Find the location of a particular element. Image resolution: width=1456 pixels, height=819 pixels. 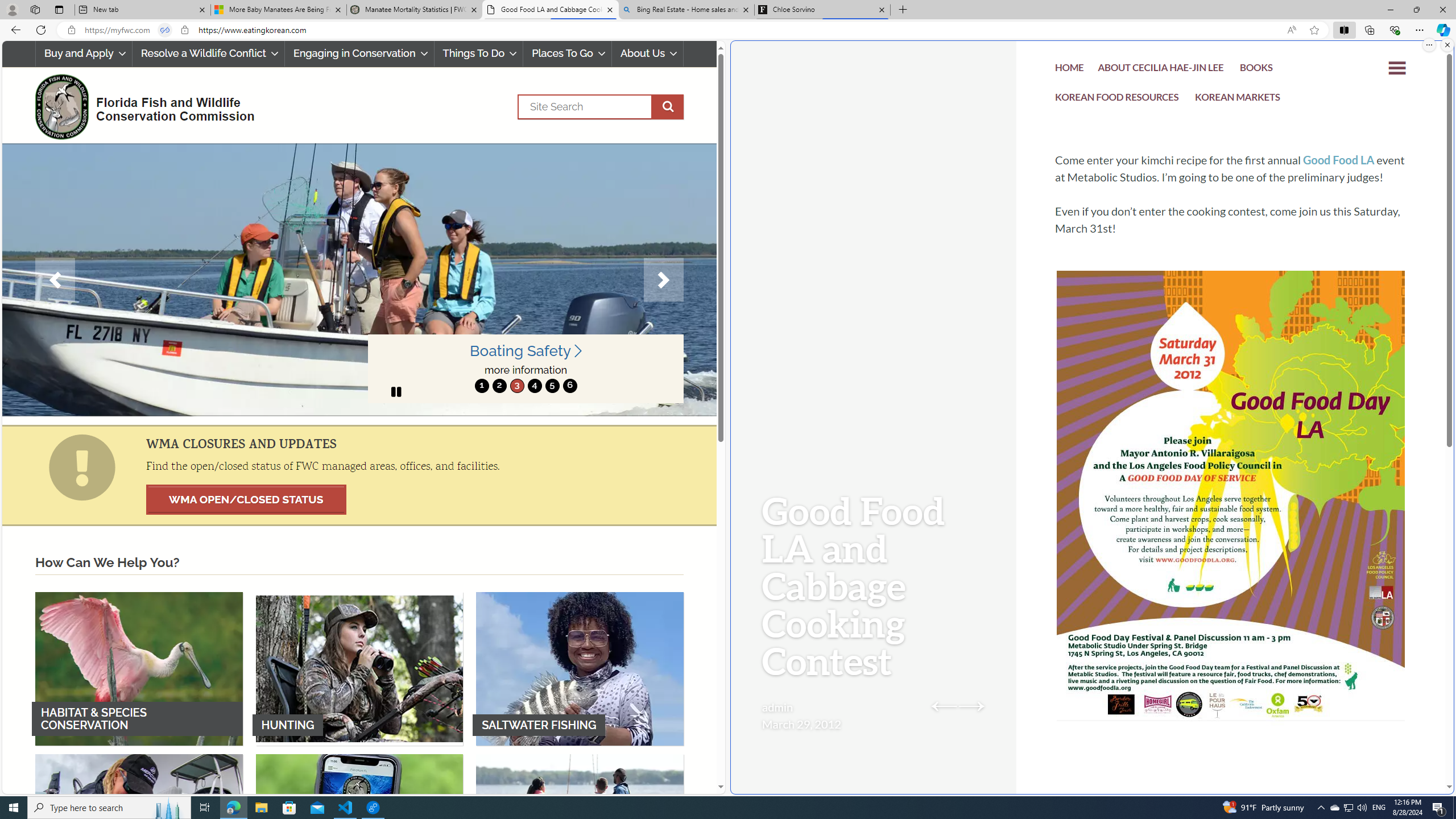

'BOOKS' is located at coordinates (1256, 69).